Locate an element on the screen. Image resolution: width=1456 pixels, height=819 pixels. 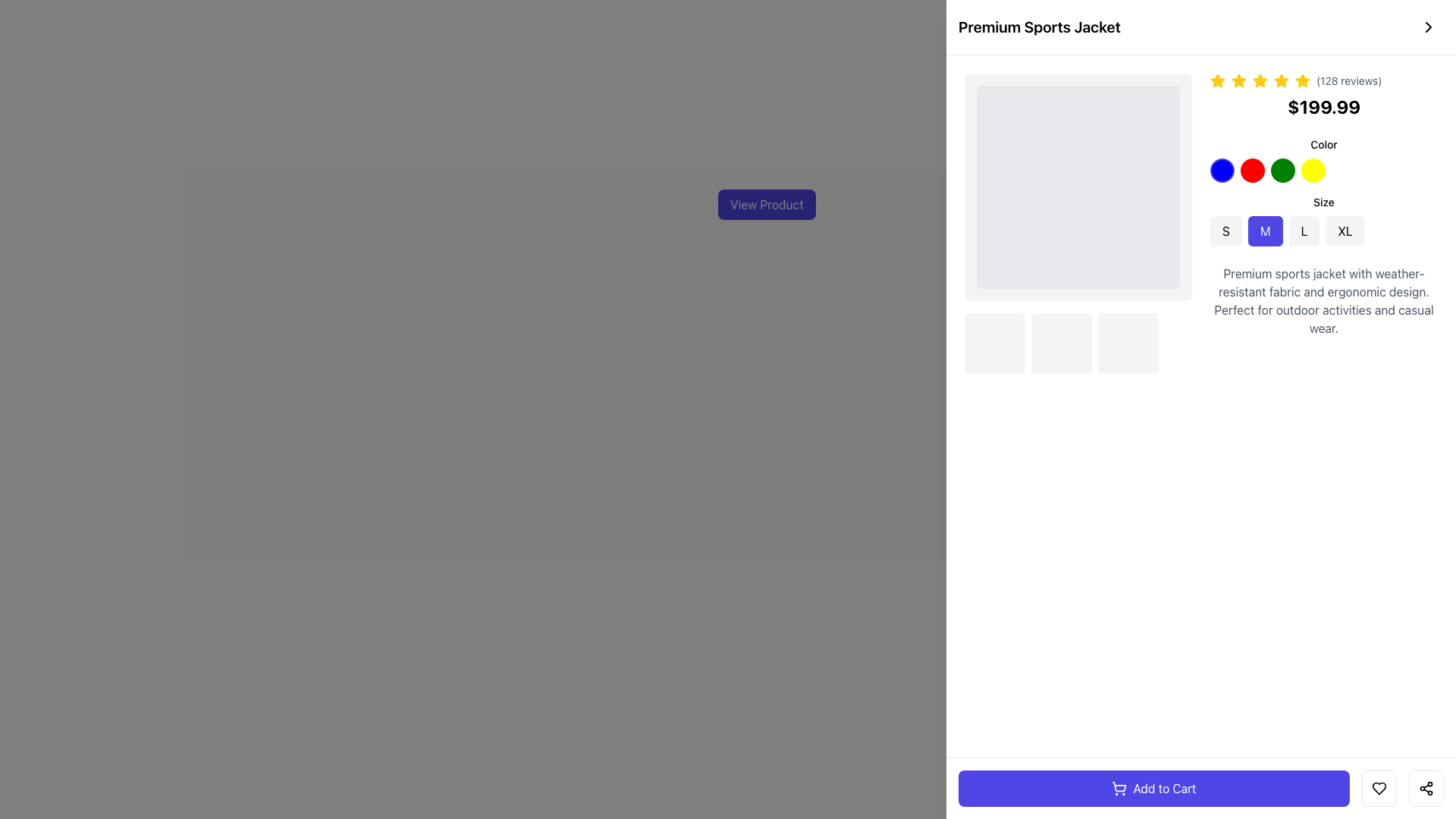
to select the red color variant from the second circular color option located under the 'Color' label in the right-side panel is located at coordinates (1252, 170).